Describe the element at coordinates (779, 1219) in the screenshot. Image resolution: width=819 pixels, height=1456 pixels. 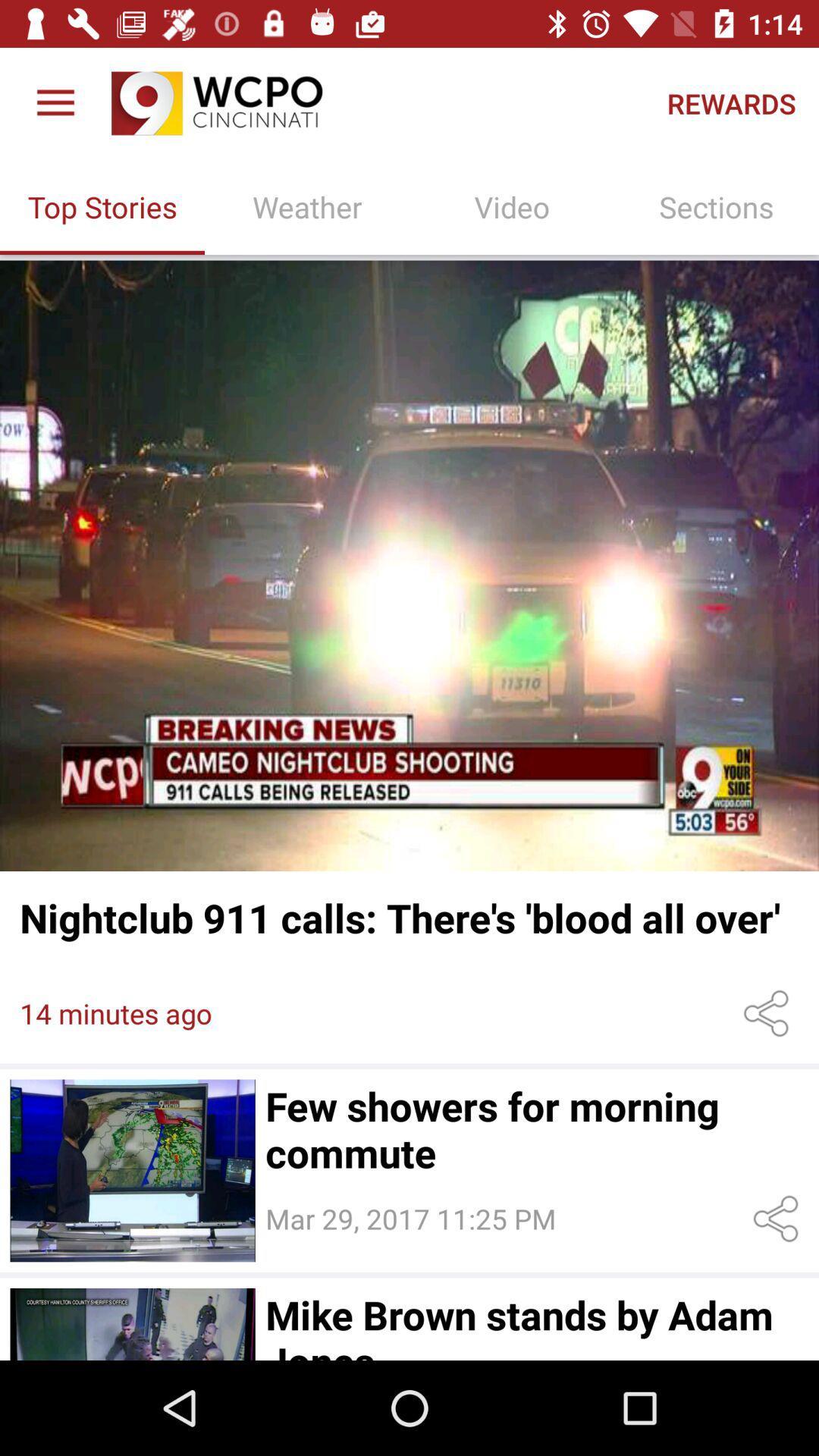
I see `share` at that location.